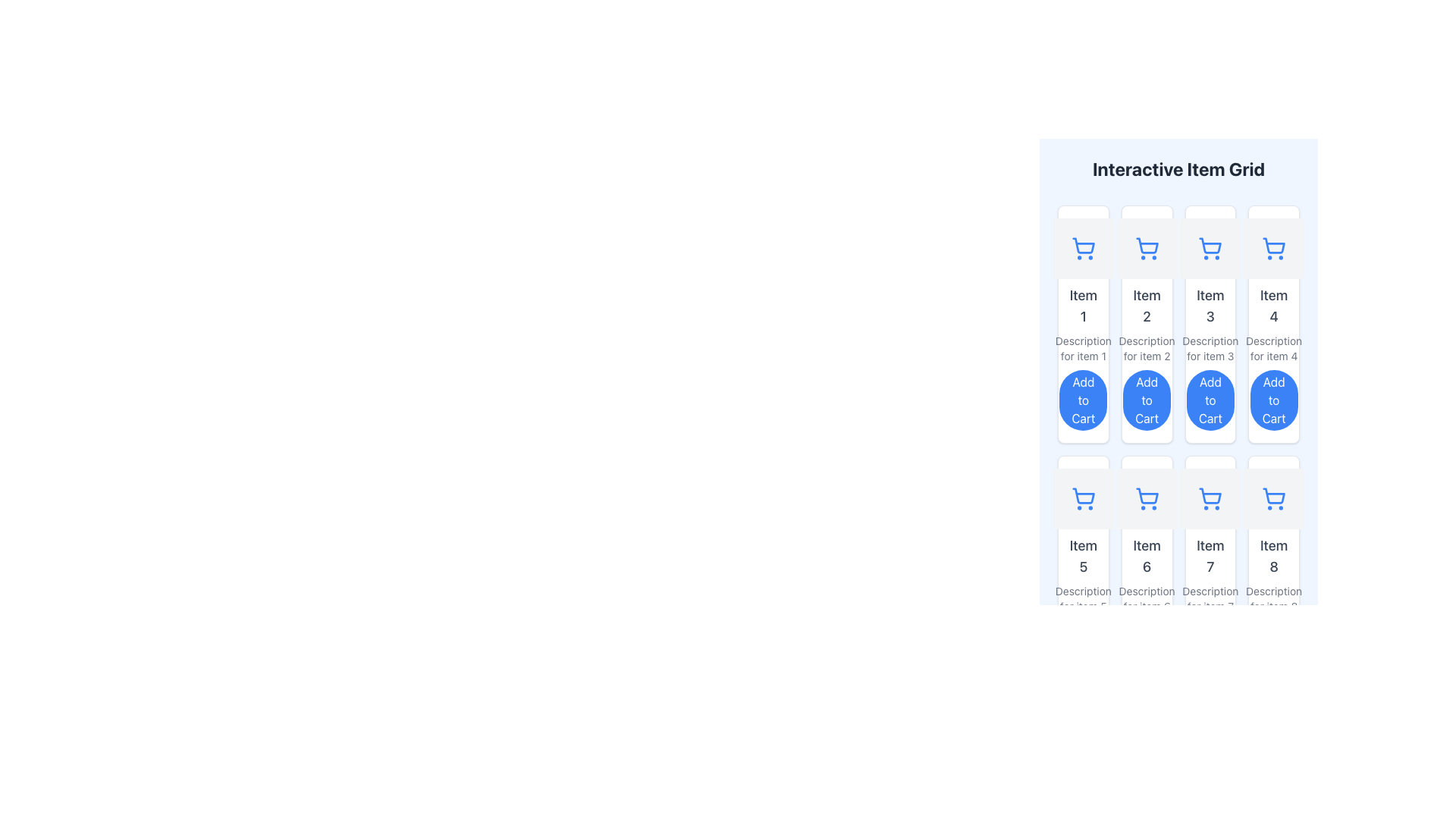  I want to click on the text label displaying 'Item 6', which is positioned in the second row and second column of the grid layout, so click(1147, 556).